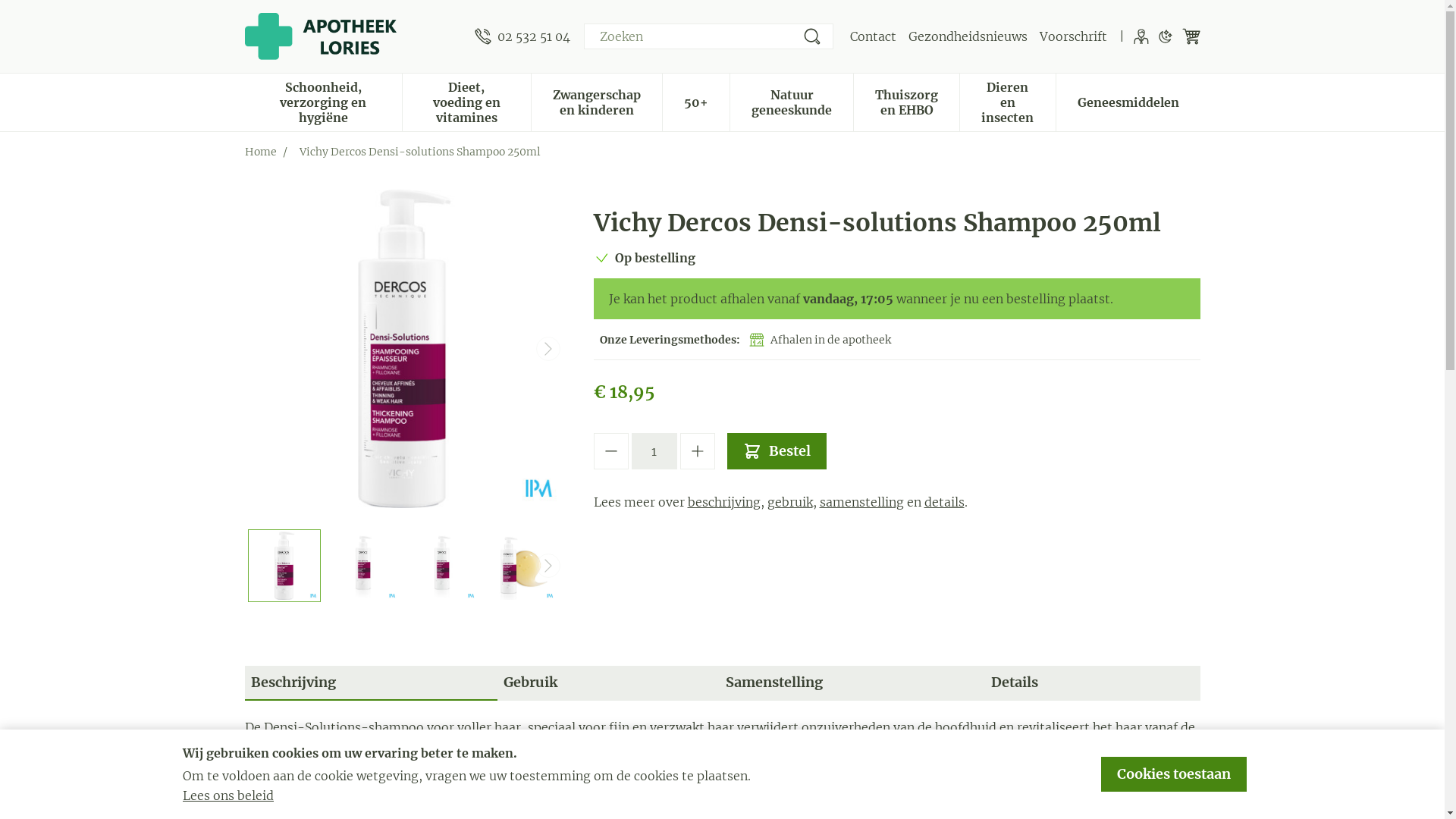 This screenshot has height=819, width=1456. I want to click on 'Zwangerschap en kinderen', so click(596, 100).